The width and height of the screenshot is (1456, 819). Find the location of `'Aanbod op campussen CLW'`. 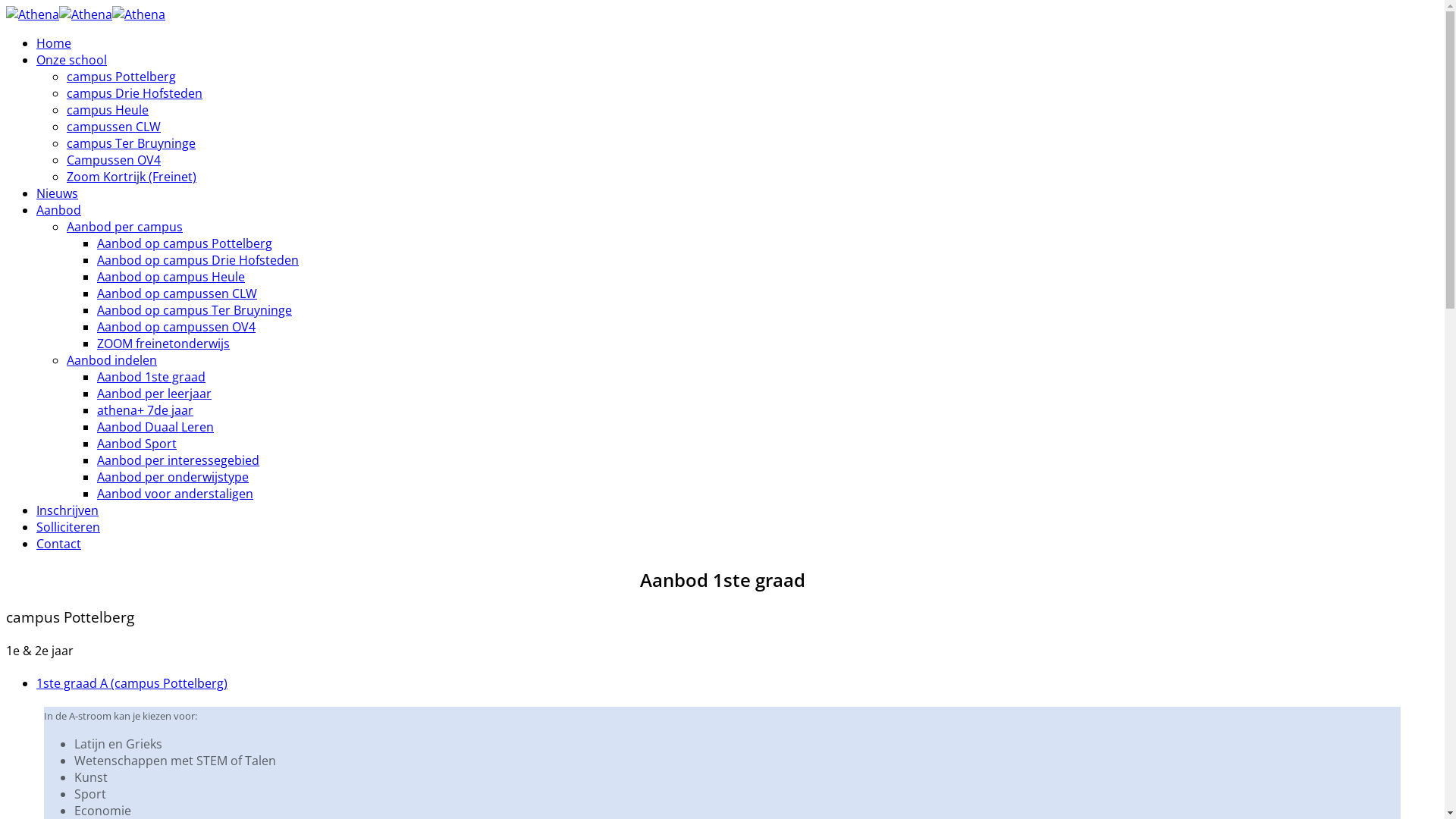

'Aanbod op campussen CLW' is located at coordinates (177, 293).